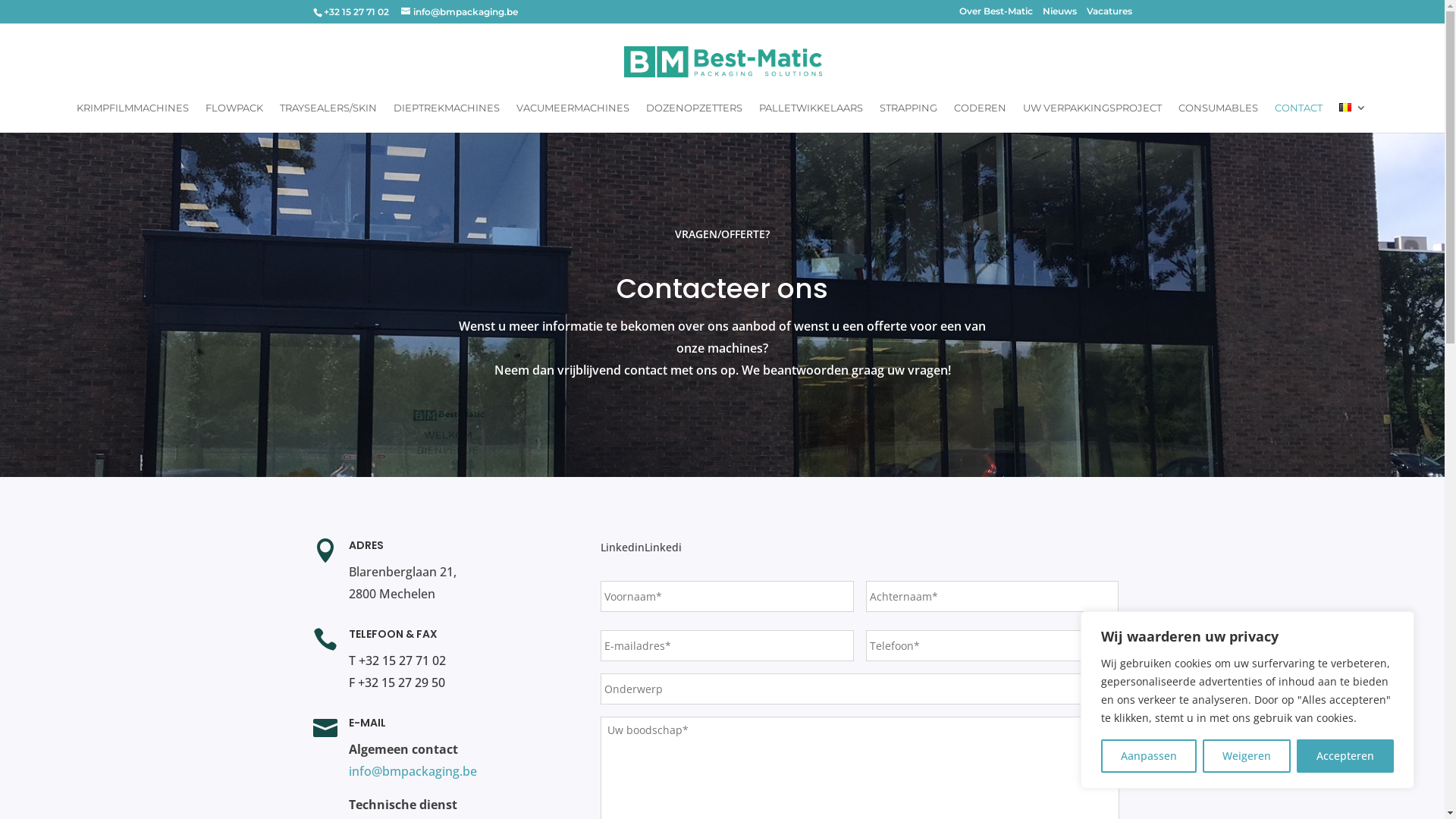 This screenshot has height=819, width=1456. I want to click on 'Over Best-Matic', so click(995, 14).